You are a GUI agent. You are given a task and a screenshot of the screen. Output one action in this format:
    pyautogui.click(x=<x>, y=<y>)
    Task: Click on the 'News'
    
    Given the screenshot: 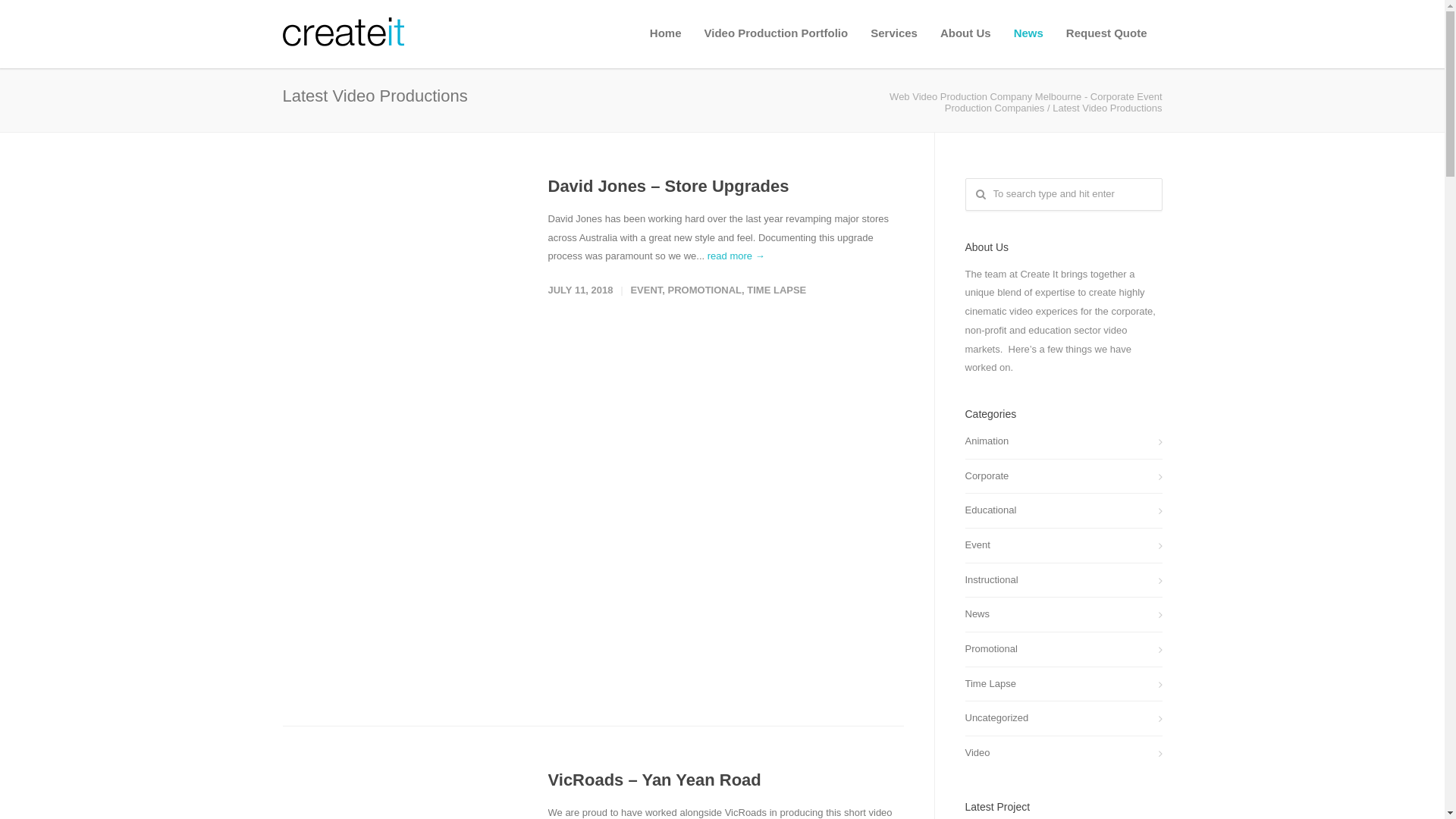 What is the action you would take?
    pyautogui.click(x=1062, y=614)
    